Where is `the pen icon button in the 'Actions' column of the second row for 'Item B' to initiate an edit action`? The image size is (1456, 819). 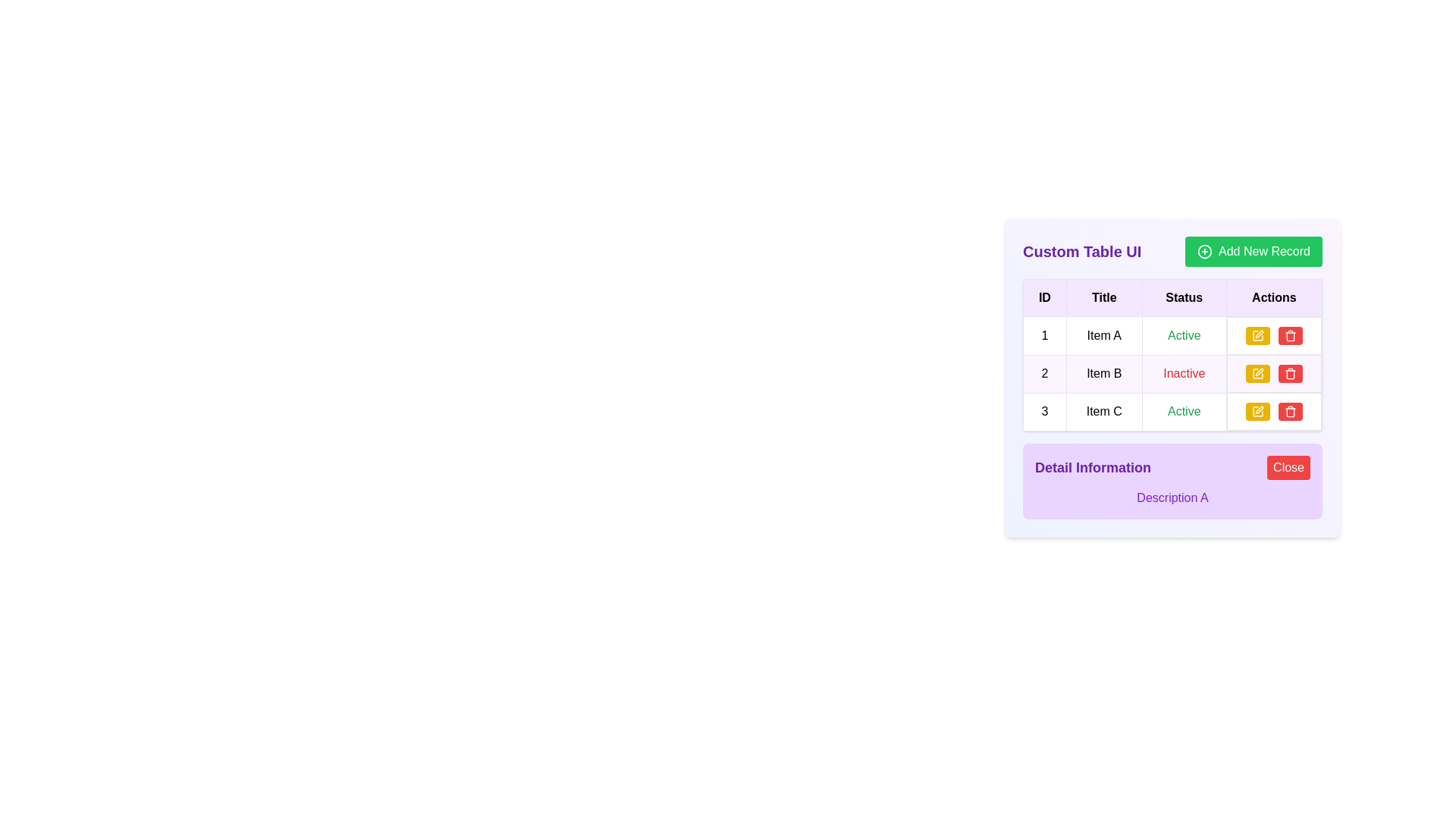
the pen icon button in the 'Actions' column of the second row for 'Item B' to initiate an edit action is located at coordinates (1259, 372).